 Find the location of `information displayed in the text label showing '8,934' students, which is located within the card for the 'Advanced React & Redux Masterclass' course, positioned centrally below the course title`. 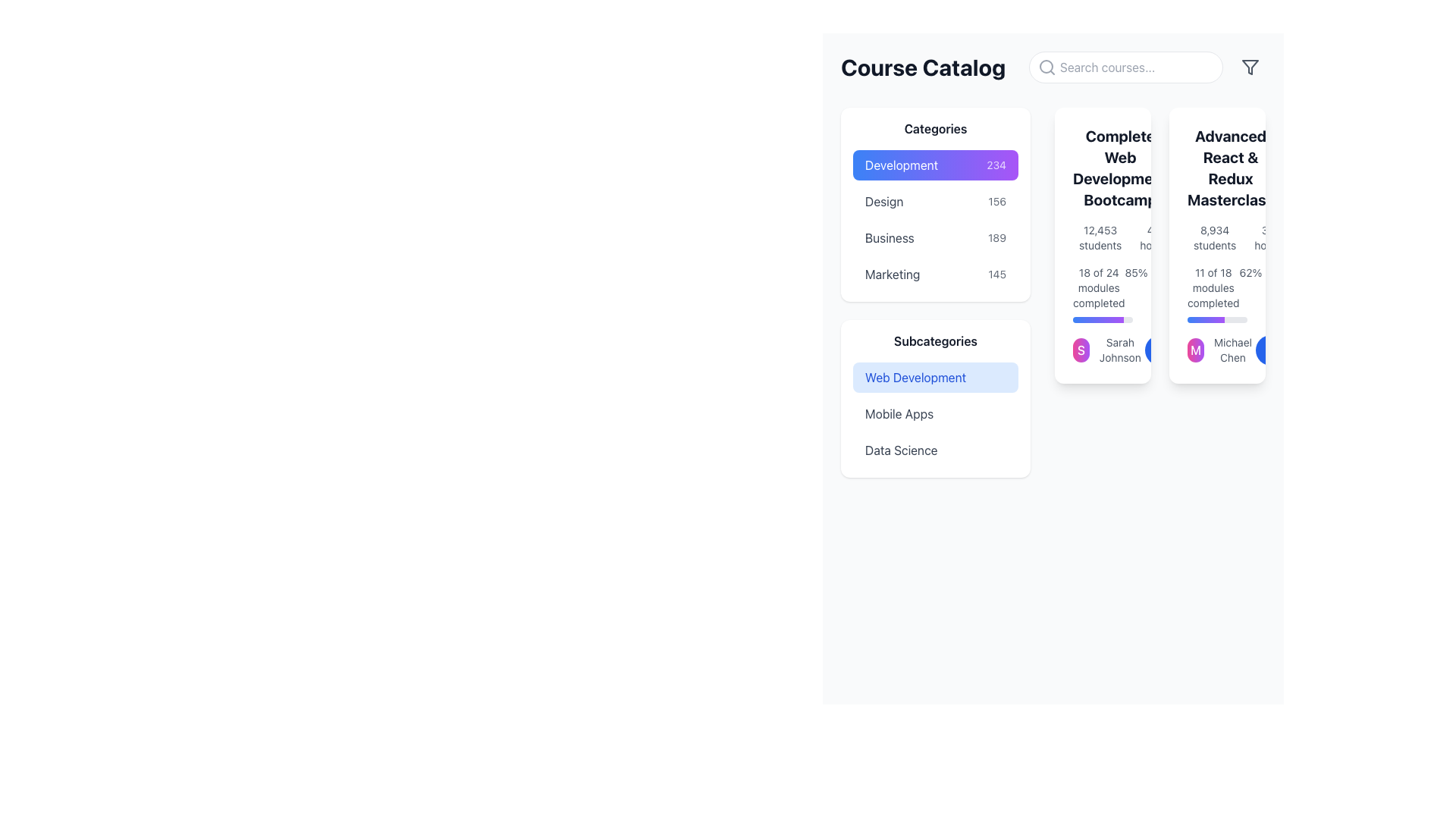

information displayed in the text label showing '8,934' students, which is located within the card for the 'Advanced React & Redux Masterclass' course, positioned centrally below the course title is located at coordinates (1217, 237).